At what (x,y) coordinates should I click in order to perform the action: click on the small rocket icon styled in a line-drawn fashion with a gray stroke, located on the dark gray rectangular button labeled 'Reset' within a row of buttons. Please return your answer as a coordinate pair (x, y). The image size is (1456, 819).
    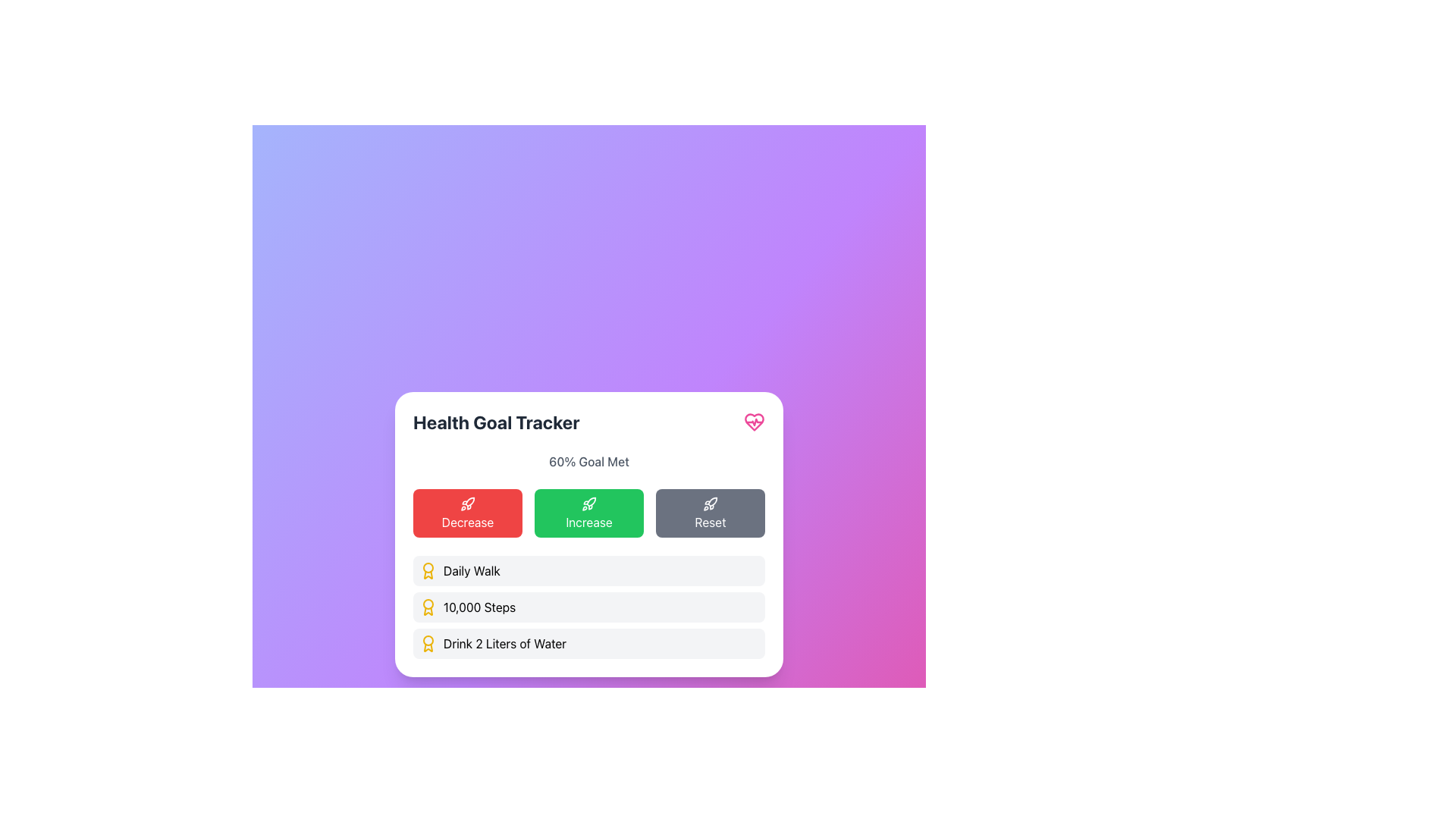
    Looking at the image, I should click on (709, 504).